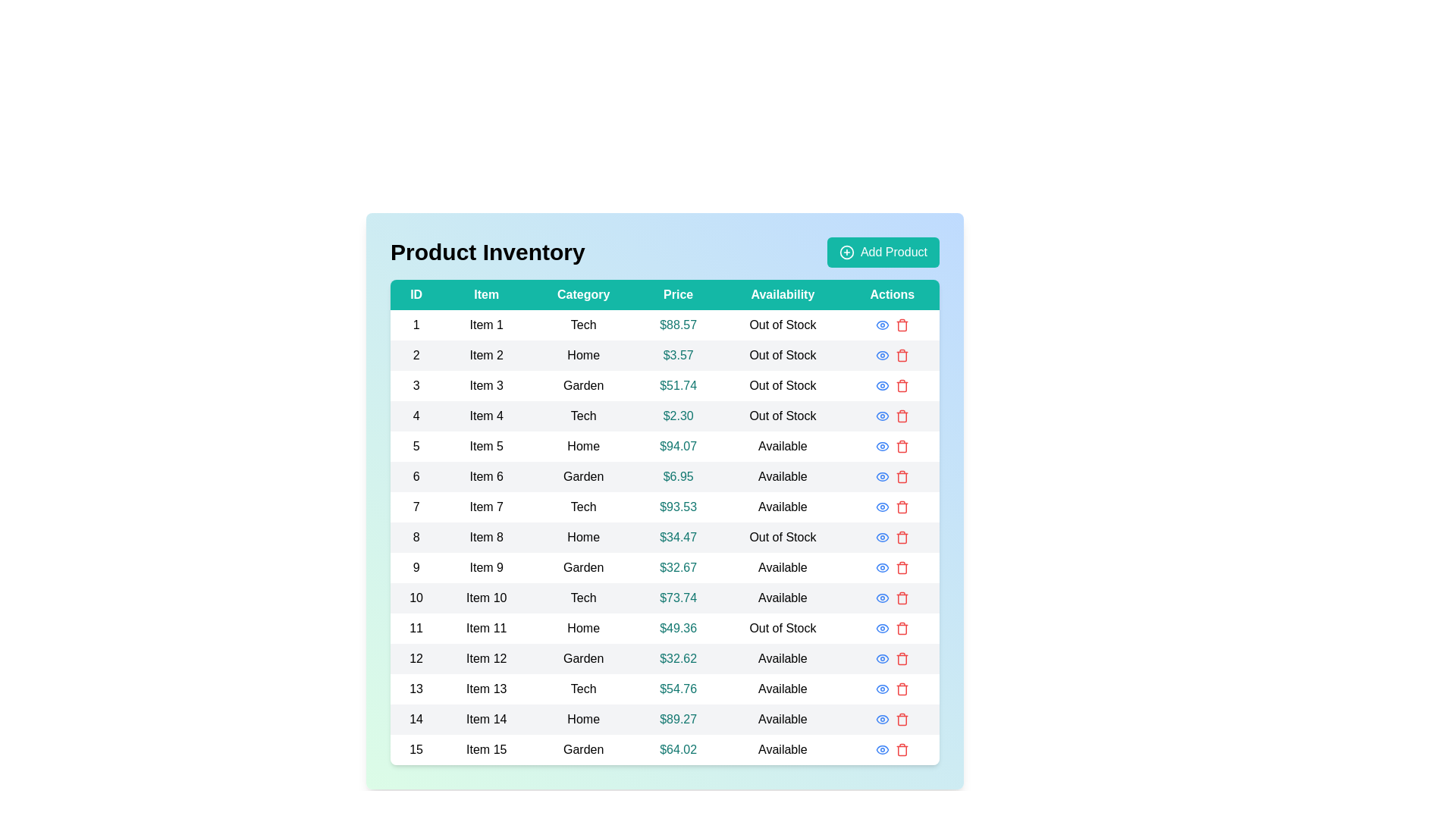 The image size is (1456, 819). What do you see at coordinates (486, 295) in the screenshot?
I see `the Item header to sort the table by that column` at bounding box center [486, 295].